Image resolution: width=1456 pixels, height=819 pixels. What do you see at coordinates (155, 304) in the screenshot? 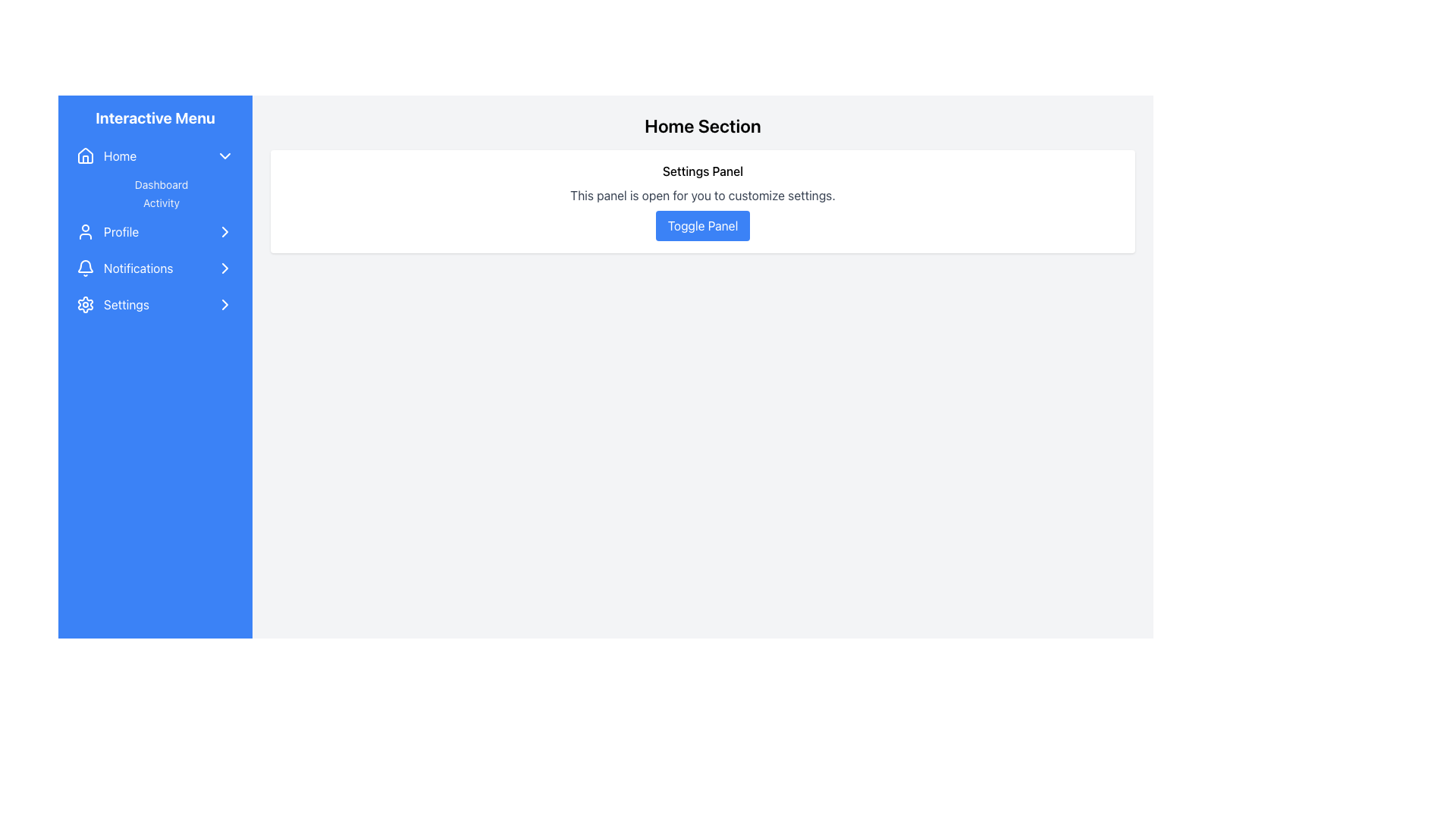
I see `the fifth item in the vertical navigation menu on the left side of the interface` at bounding box center [155, 304].